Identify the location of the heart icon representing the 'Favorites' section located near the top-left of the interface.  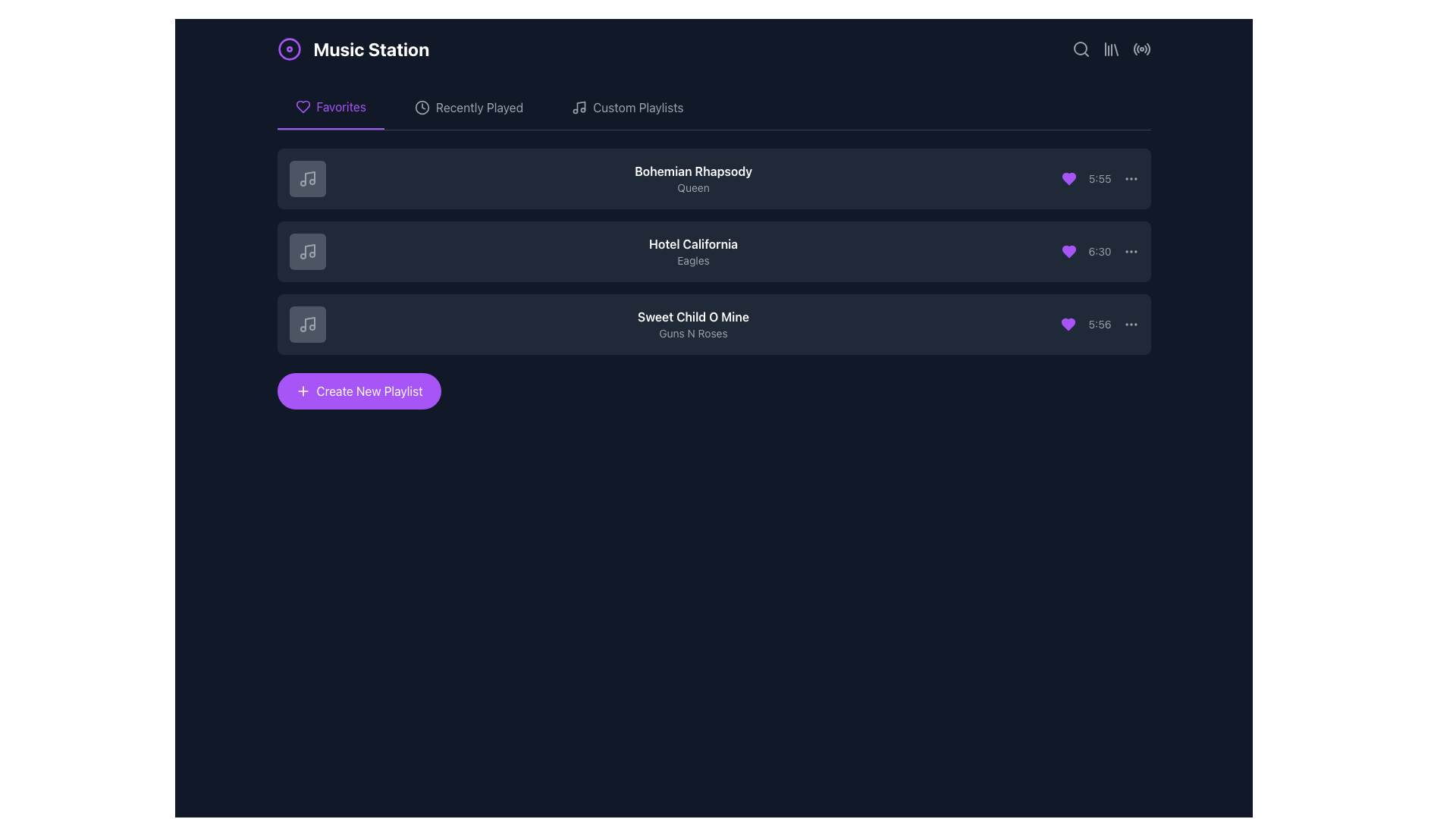
(303, 106).